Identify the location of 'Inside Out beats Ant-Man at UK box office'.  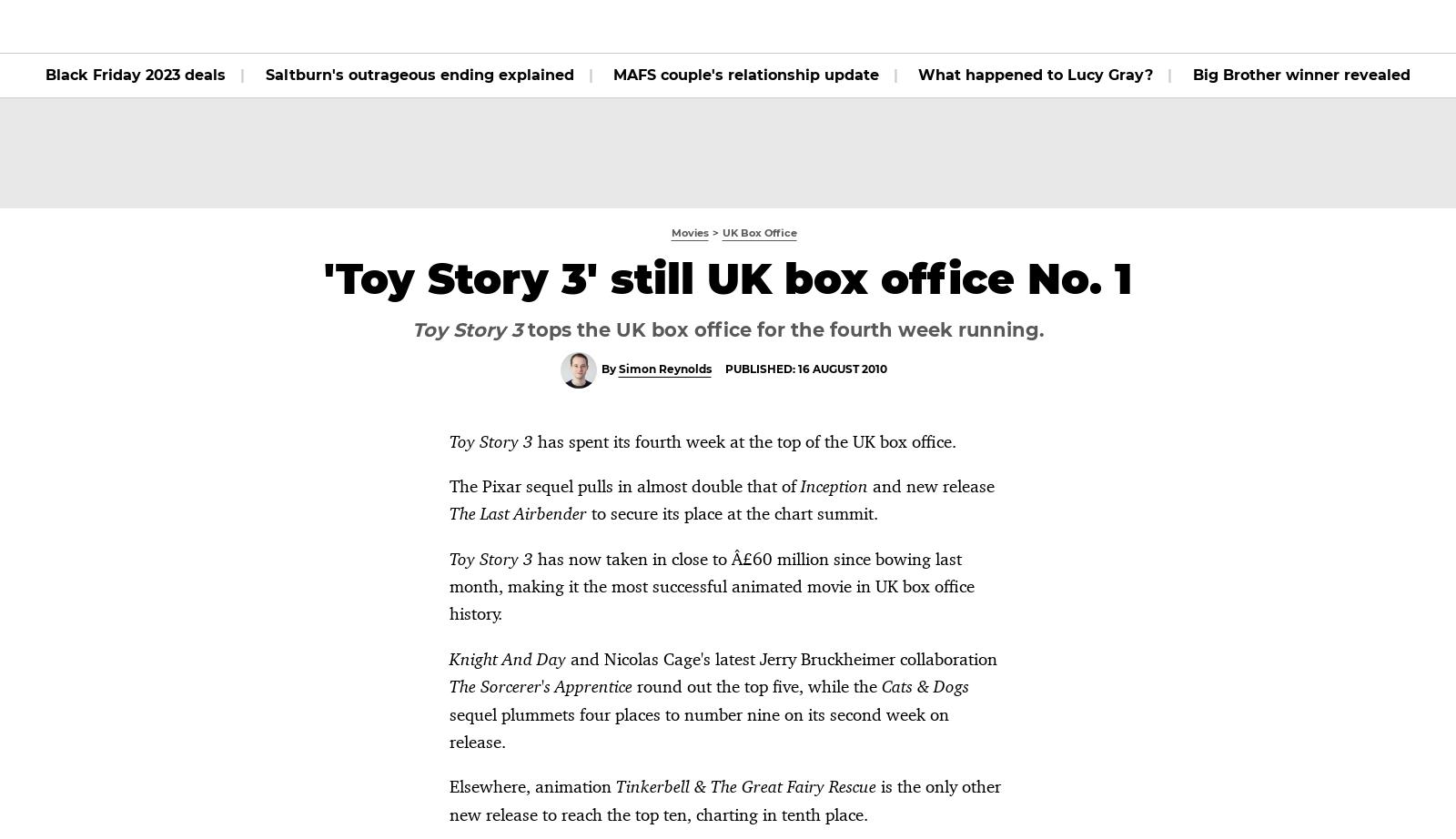
(1146, 675).